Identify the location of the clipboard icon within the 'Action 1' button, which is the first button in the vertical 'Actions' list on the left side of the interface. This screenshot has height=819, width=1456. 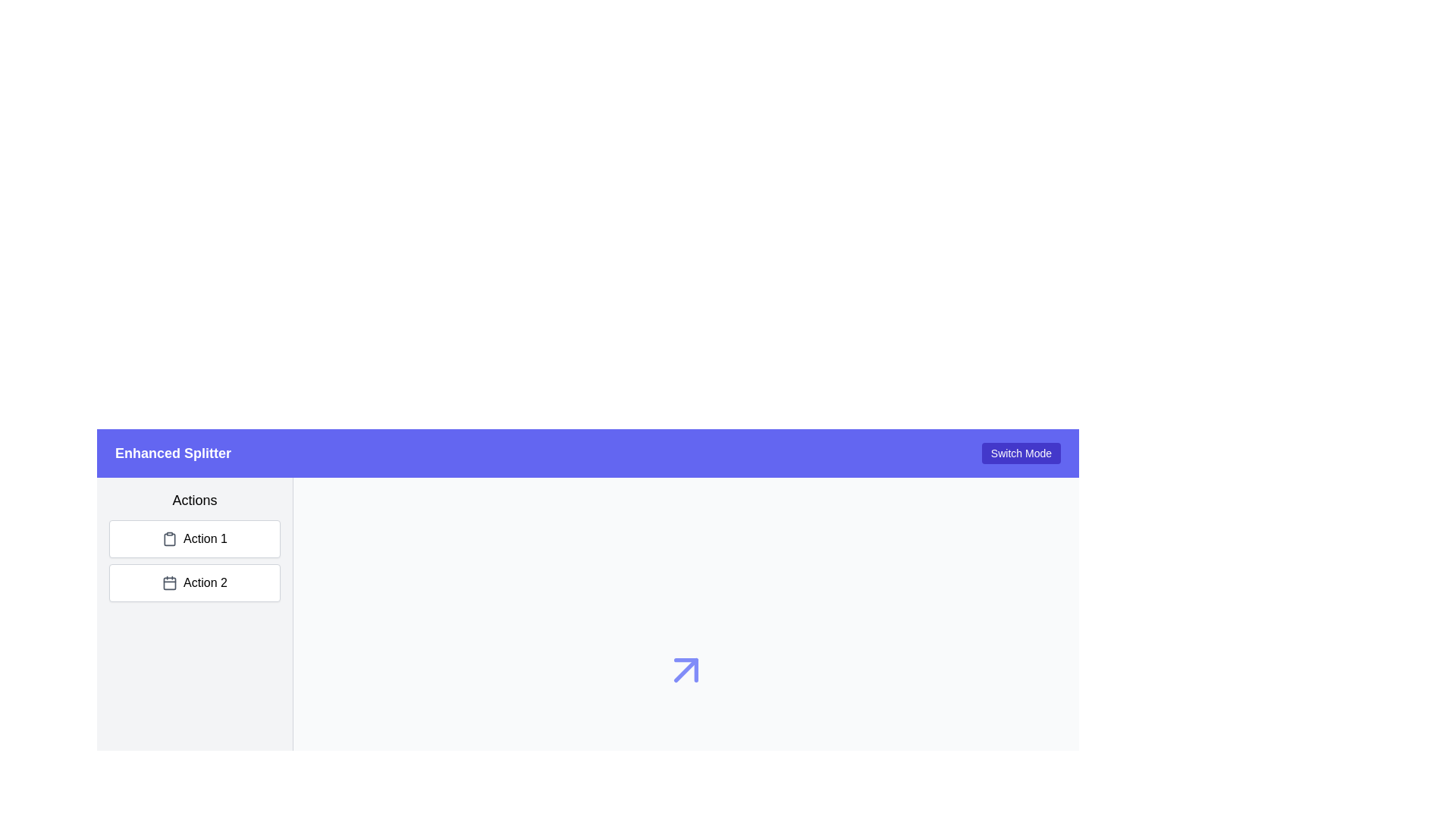
(170, 538).